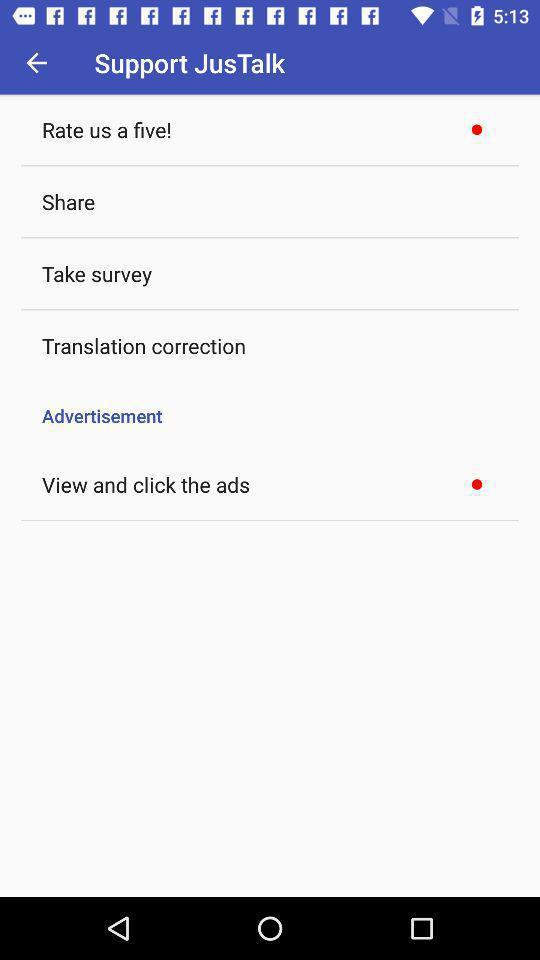 Image resolution: width=540 pixels, height=960 pixels. What do you see at coordinates (36, 62) in the screenshot?
I see `item to the left of support justalk` at bounding box center [36, 62].